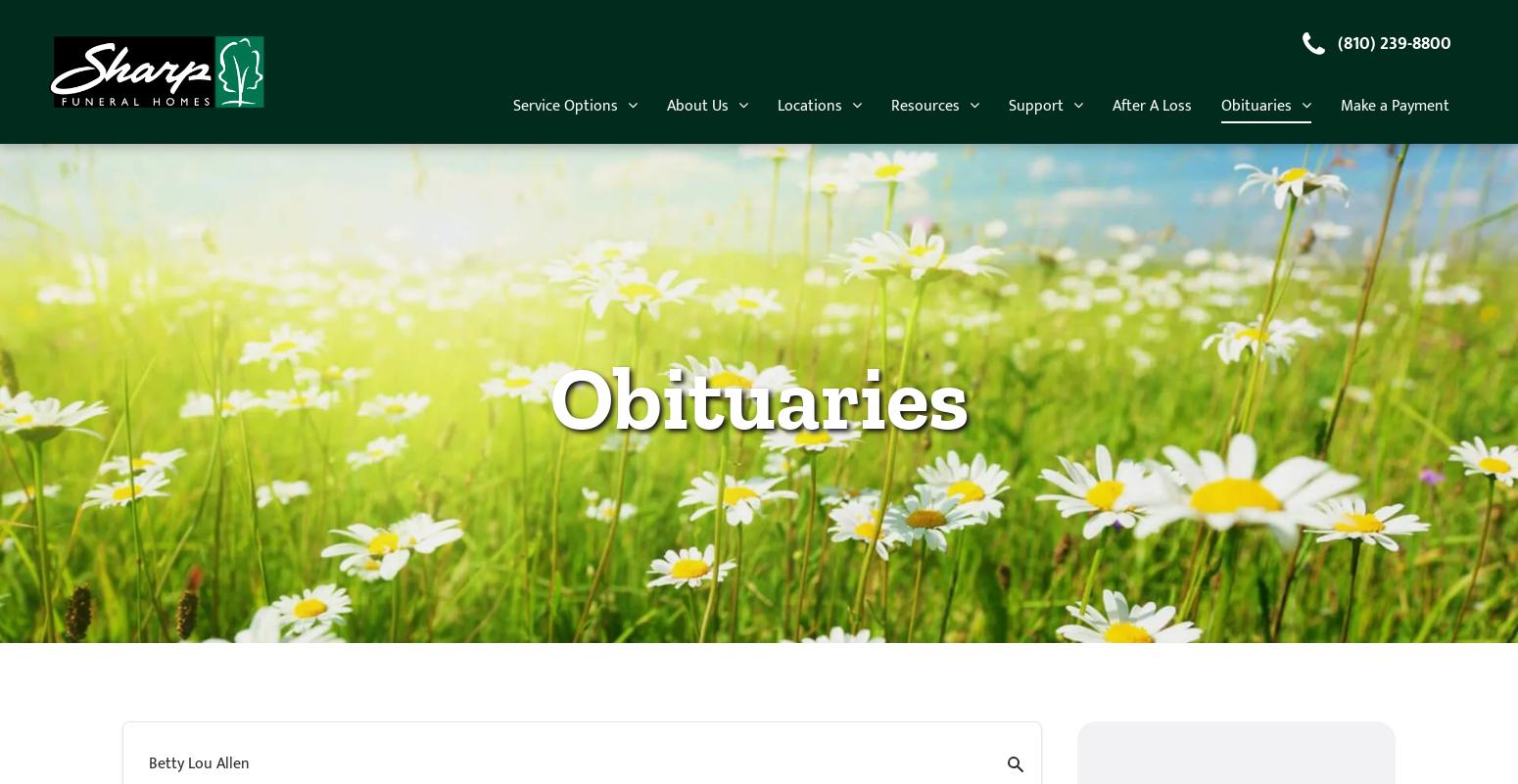 This screenshot has height=784, width=1518. Describe the element at coordinates (972, 508) in the screenshot. I see `'Frequent Questions'` at that location.